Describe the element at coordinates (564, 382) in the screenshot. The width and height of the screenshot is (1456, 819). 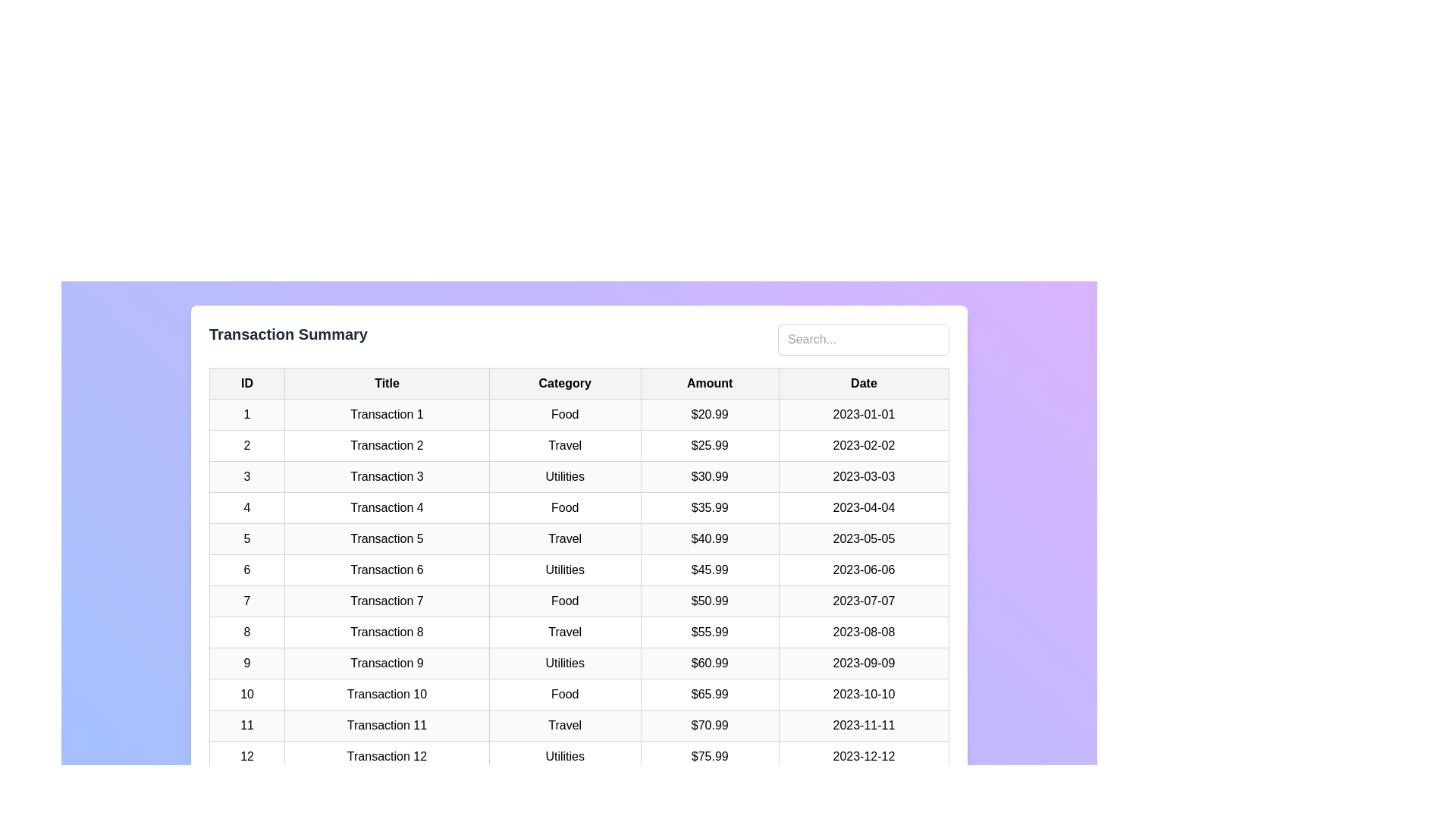
I see `the Category column header to sort the table` at that location.